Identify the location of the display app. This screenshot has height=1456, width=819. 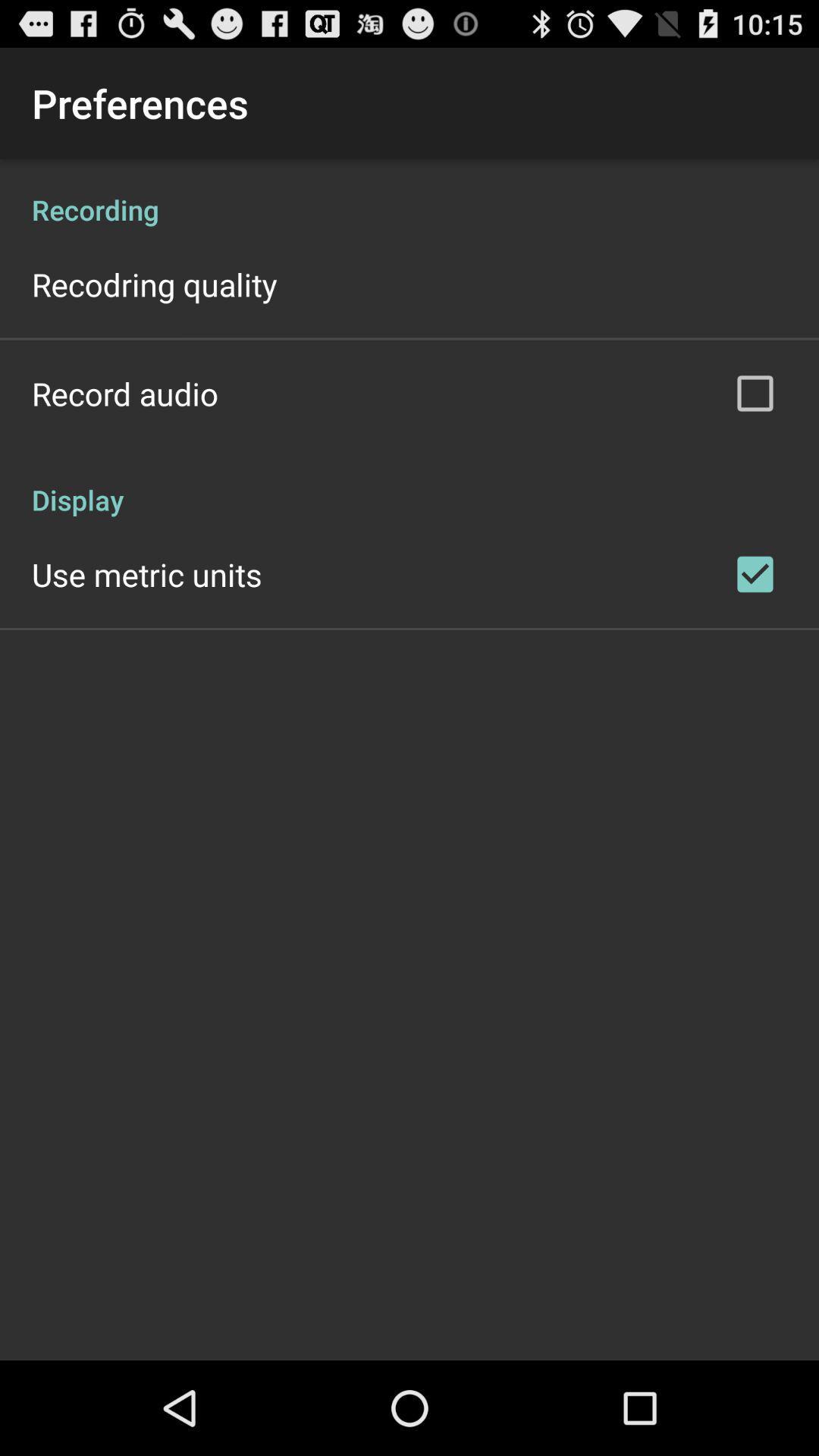
(409, 483).